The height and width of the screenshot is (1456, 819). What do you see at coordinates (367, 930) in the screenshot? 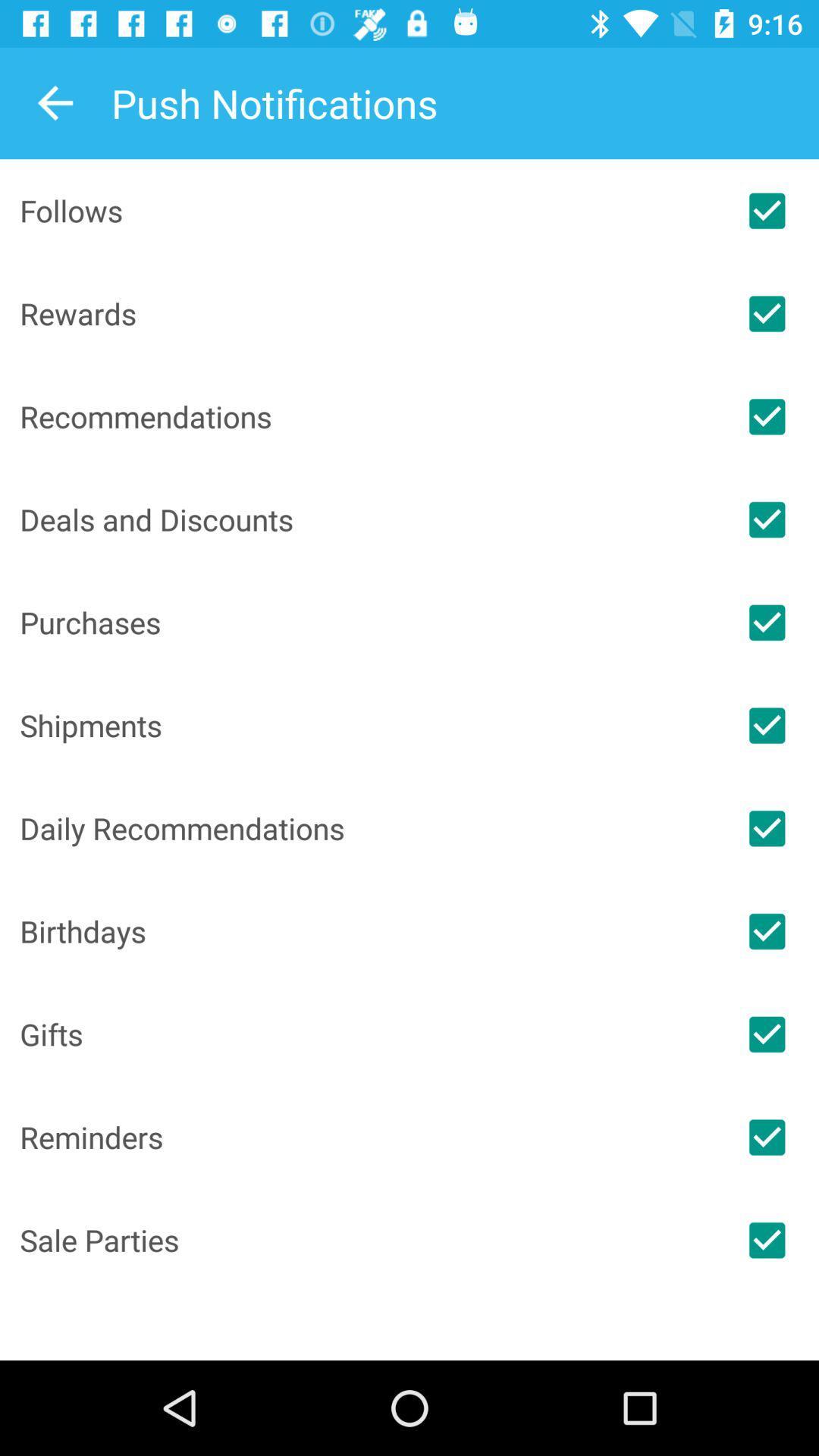
I see `the item below the daily recommendations item` at bounding box center [367, 930].